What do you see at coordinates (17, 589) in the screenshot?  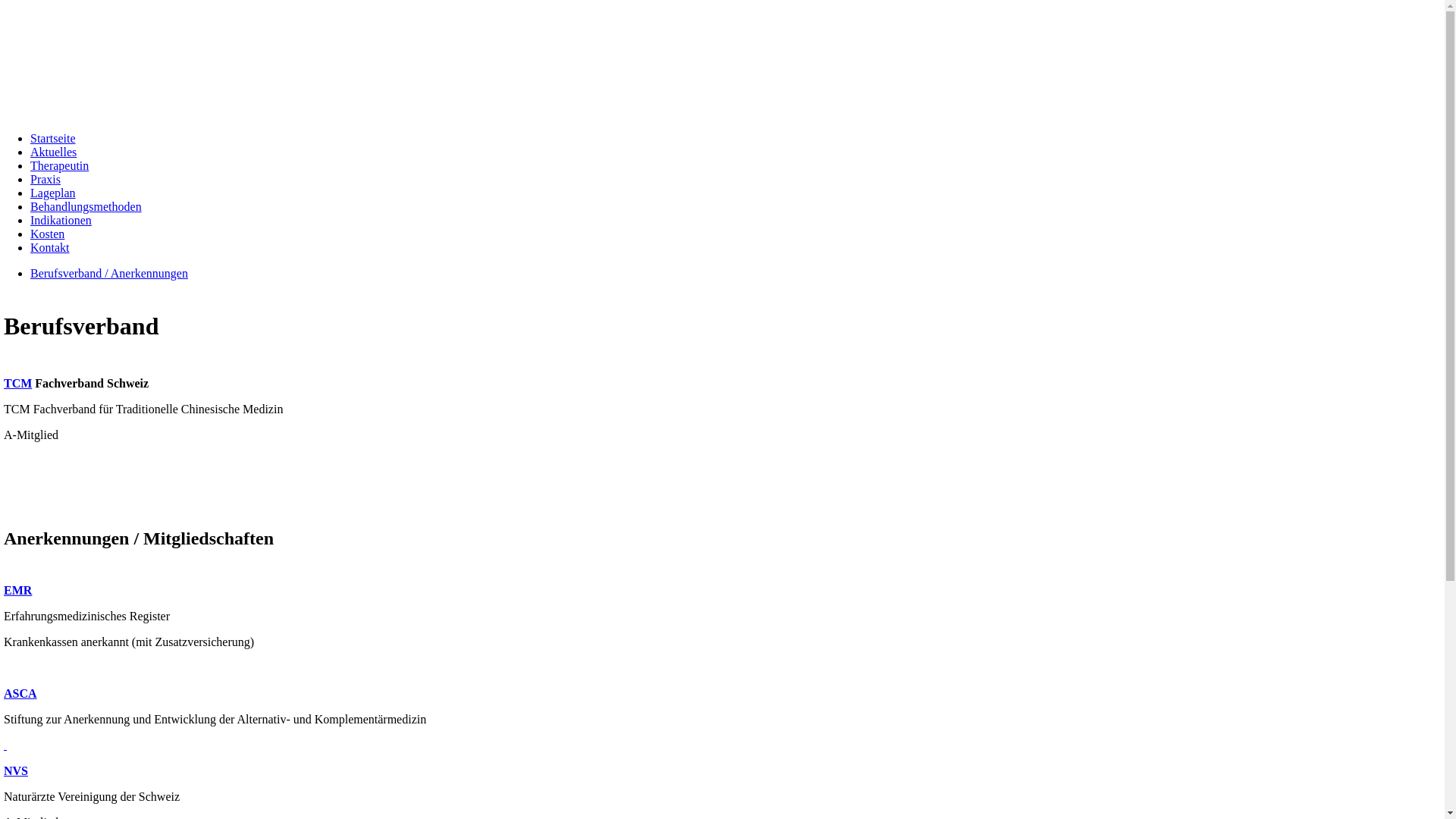 I see `'EMR'` at bounding box center [17, 589].